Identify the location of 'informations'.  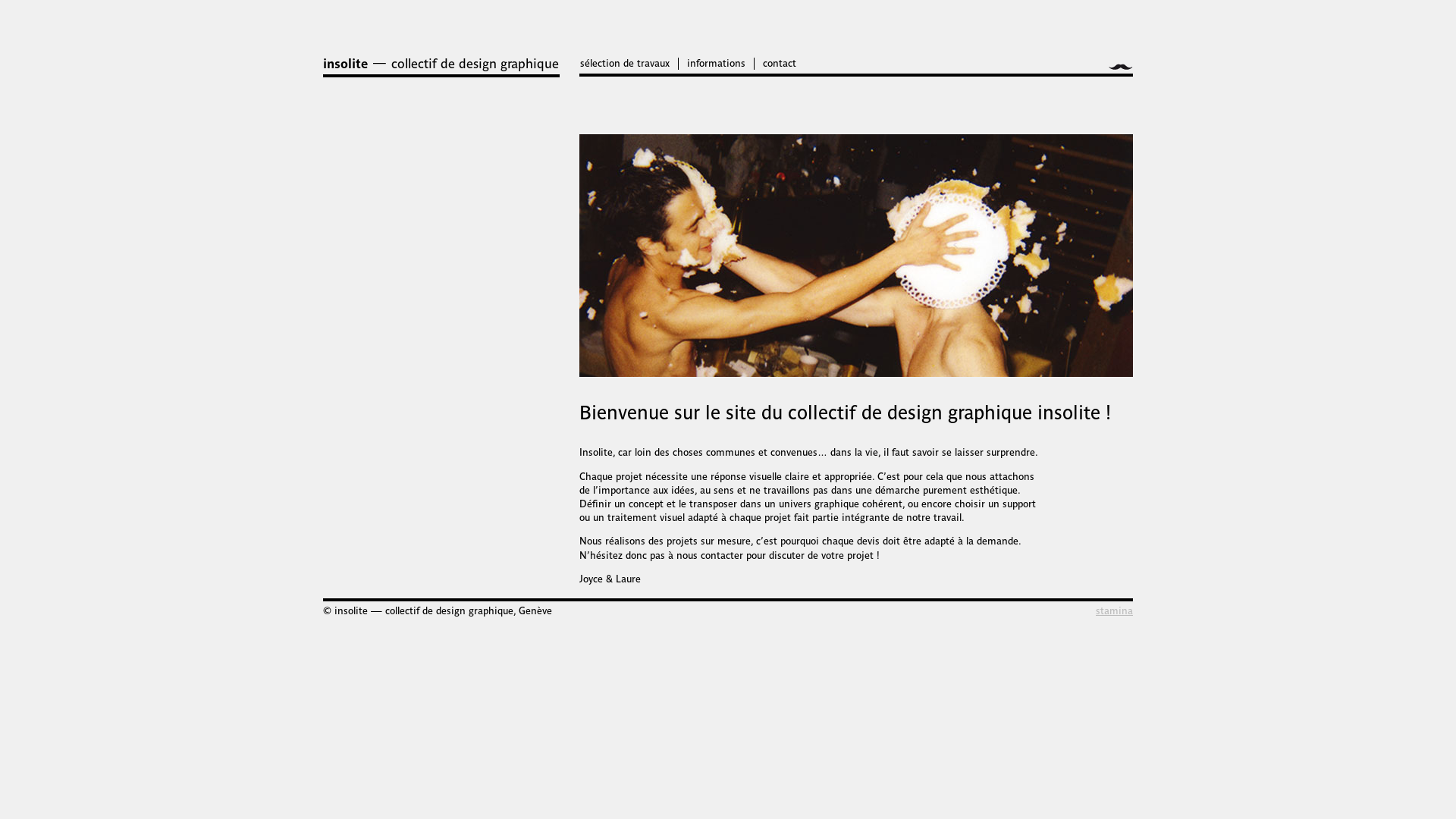
(715, 62).